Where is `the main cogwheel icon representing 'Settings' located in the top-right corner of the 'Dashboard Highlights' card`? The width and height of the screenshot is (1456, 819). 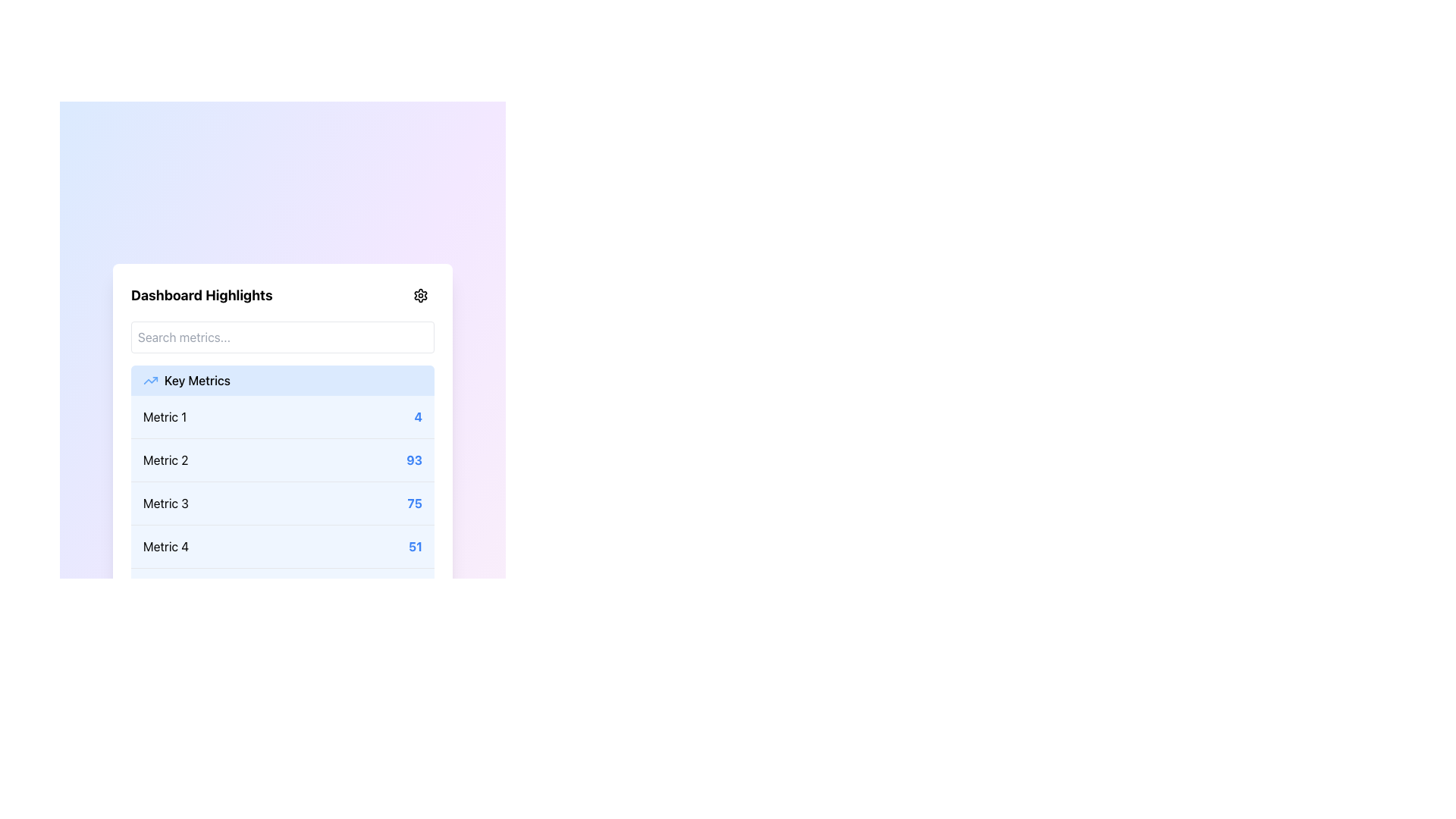
the main cogwheel icon representing 'Settings' located in the top-right corner of the 'Dashboard Highlights' card is located at coordinates (421, 295).